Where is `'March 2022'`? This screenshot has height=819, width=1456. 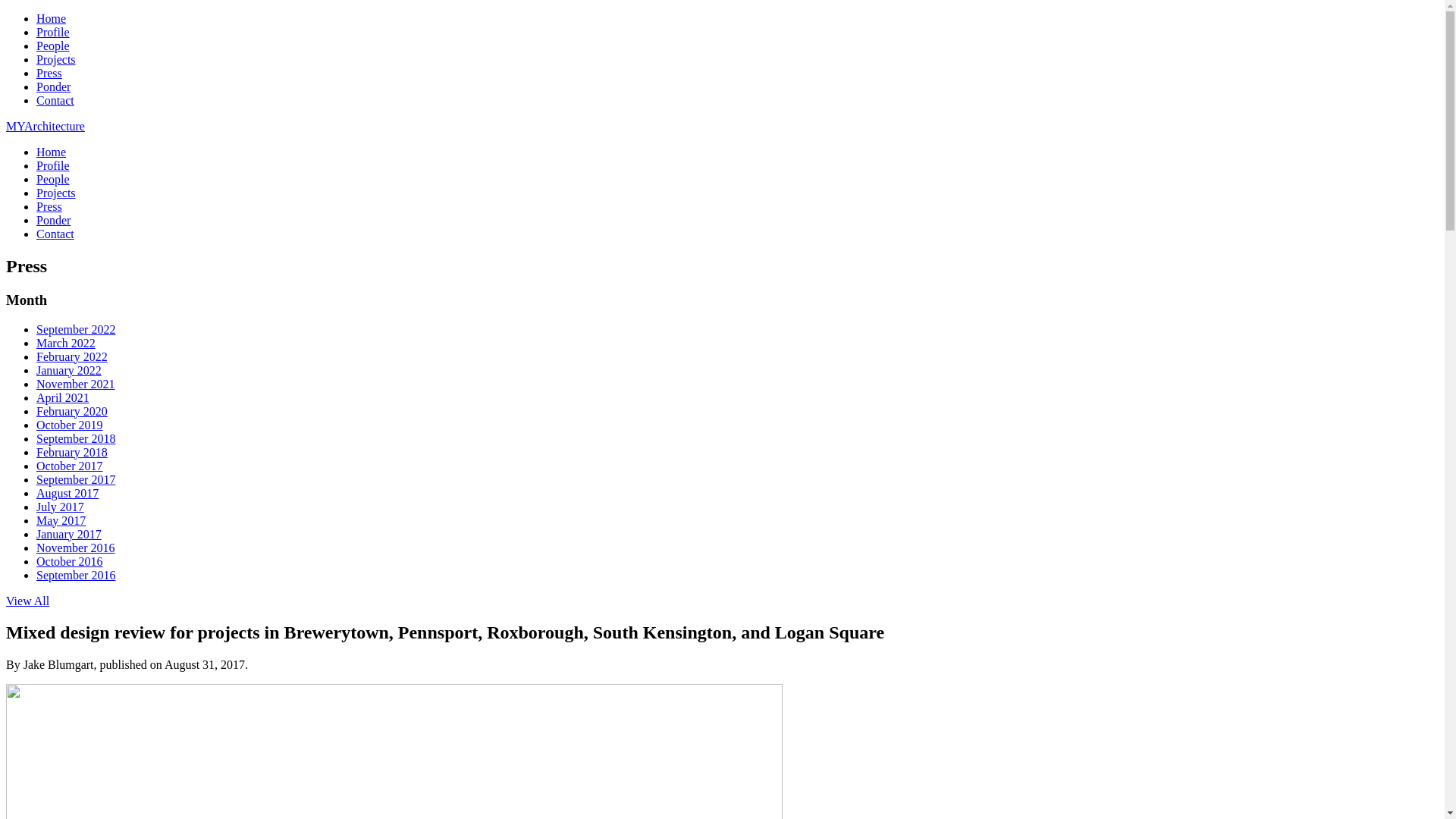 'March 2022' is located at coordinates (64, 343).